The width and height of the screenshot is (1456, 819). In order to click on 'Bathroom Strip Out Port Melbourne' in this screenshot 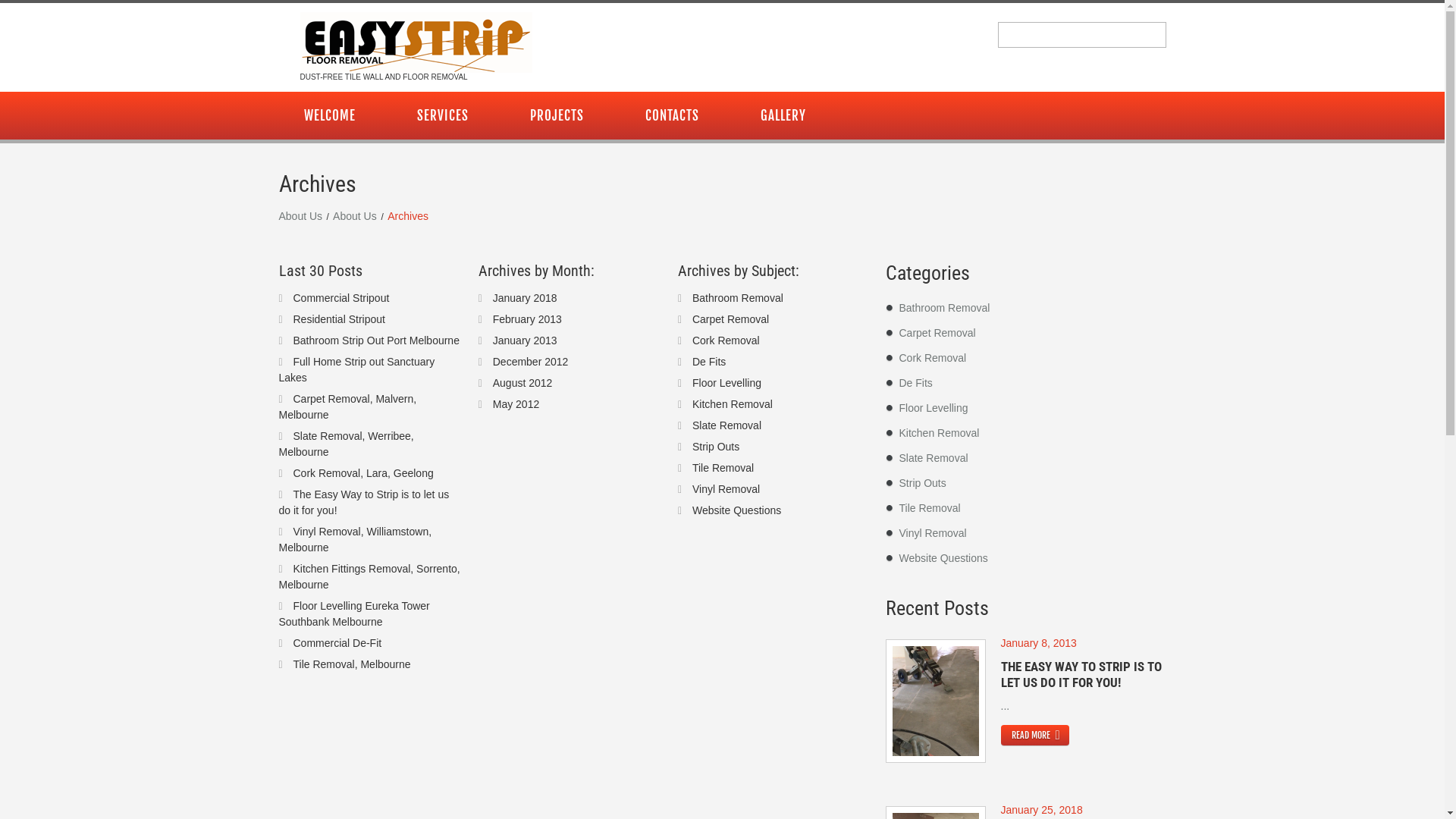, I will do `click(292, 338)`.